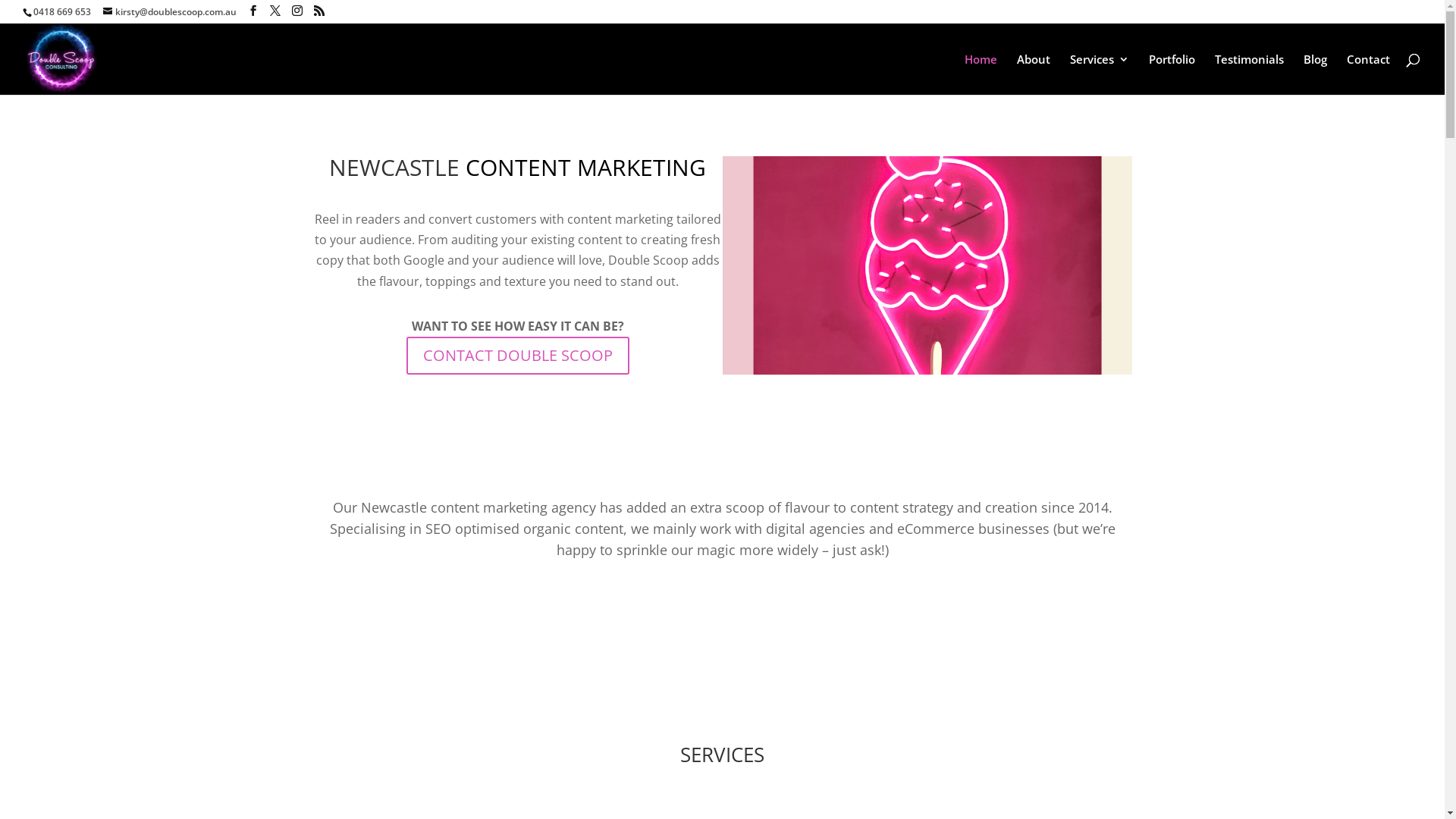 The width and height of the screenshot is (1456, 819). What do you see at coordinates (1016, 74) in the screenshot?
I see `'About'` at bounding box center [1016, 74].